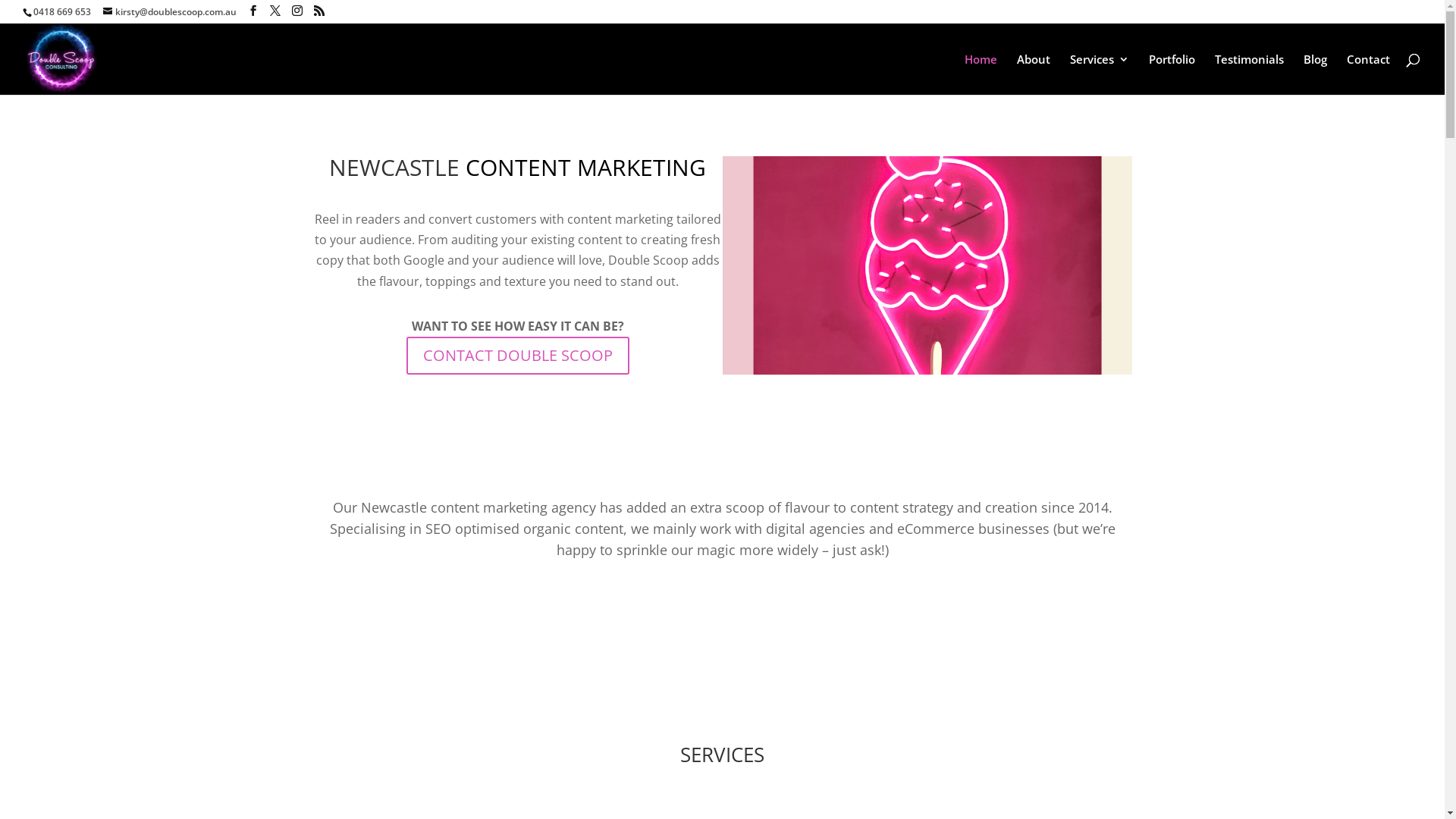 The width and height of the screenshot is (1456, 819). What do you see at coordinates (1016, 74) in the screenshot?
I see `'About'` at bounding box center [1016, 74].